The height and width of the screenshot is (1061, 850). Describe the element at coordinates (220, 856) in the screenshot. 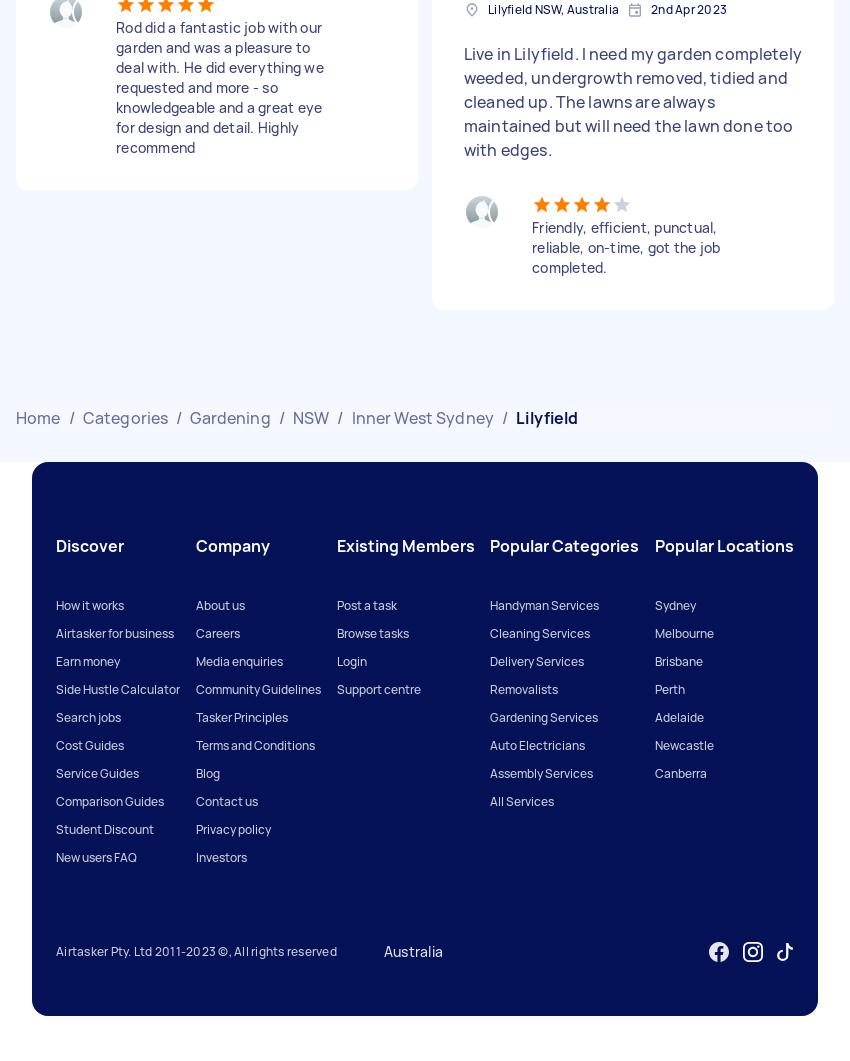

I see `'Investors'` at that location.